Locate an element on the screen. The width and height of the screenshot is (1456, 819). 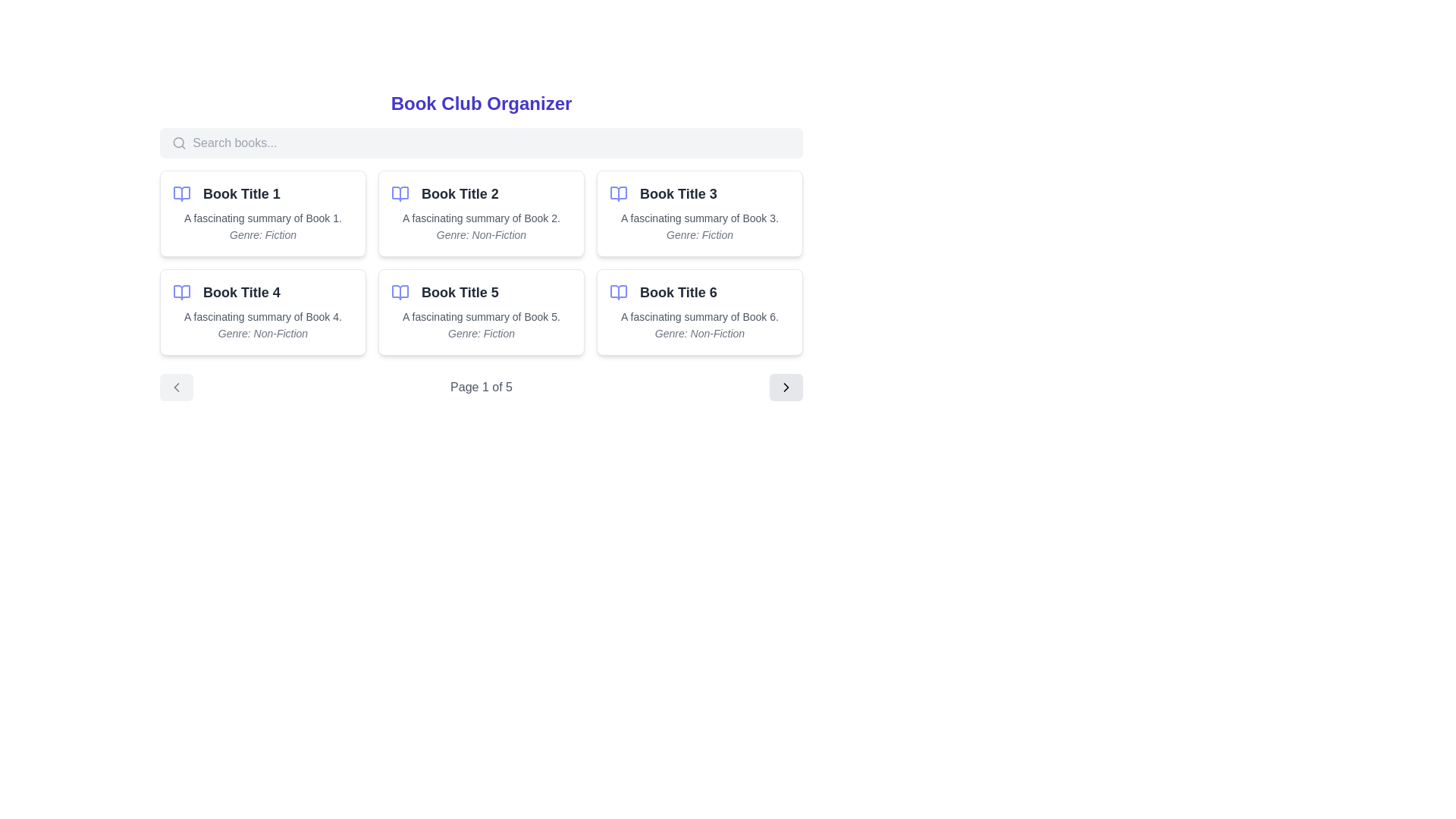
the decorative book icon located at the top-left corner of the fifth book card representing 'Book Title 5.' is located at coordinates (400, 292).